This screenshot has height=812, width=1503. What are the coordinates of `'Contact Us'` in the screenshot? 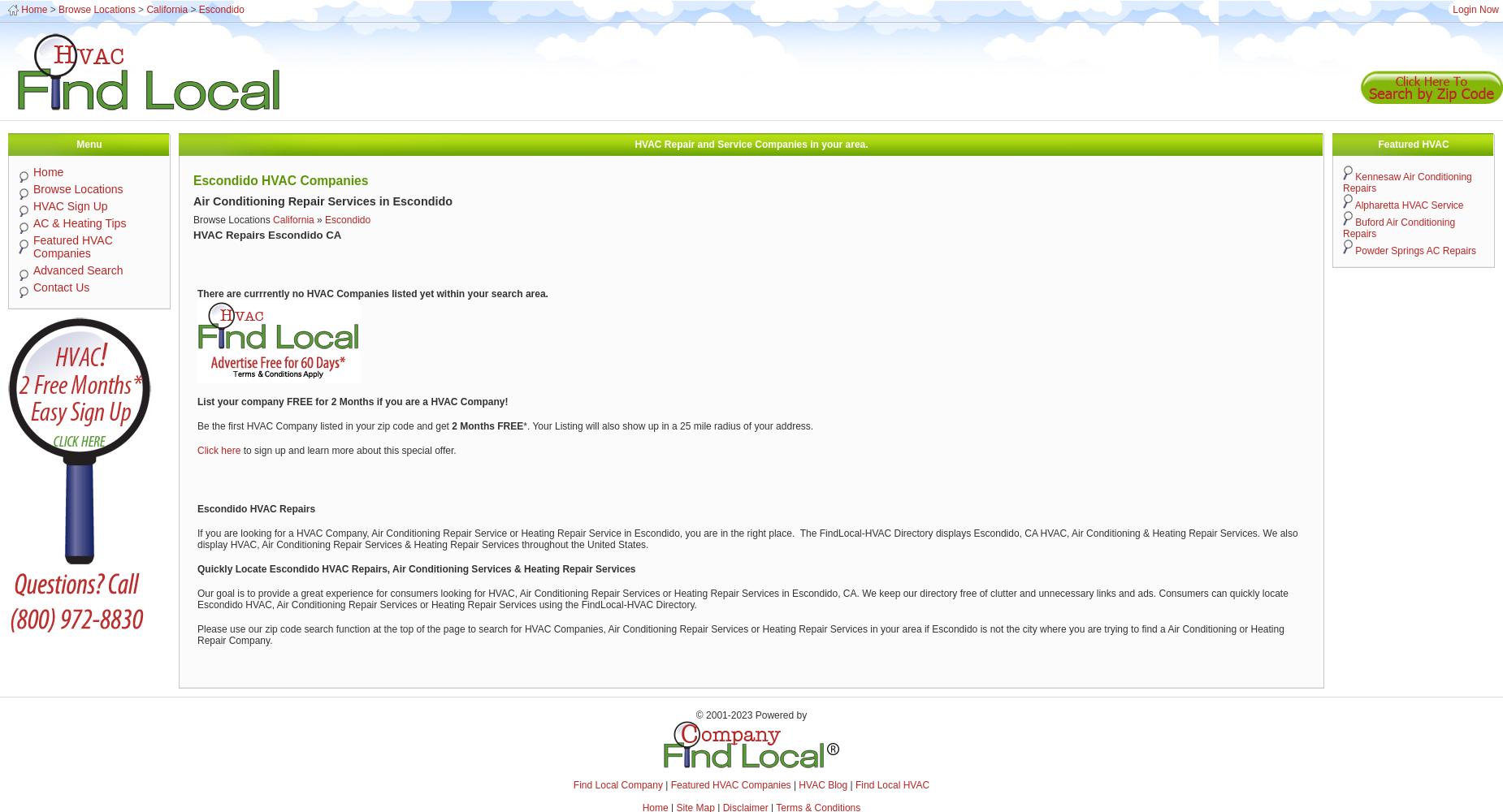 It's located at (60, 287).